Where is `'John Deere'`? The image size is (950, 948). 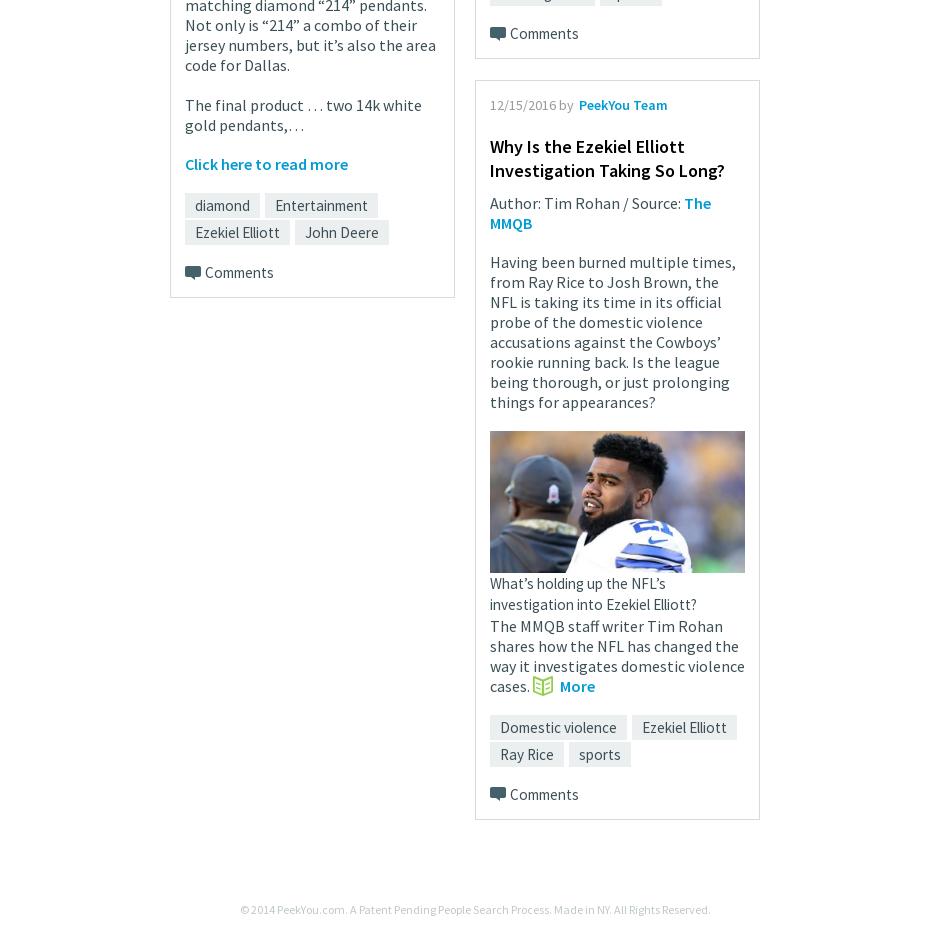
'John Deere' is located at coordinates (341, 231).